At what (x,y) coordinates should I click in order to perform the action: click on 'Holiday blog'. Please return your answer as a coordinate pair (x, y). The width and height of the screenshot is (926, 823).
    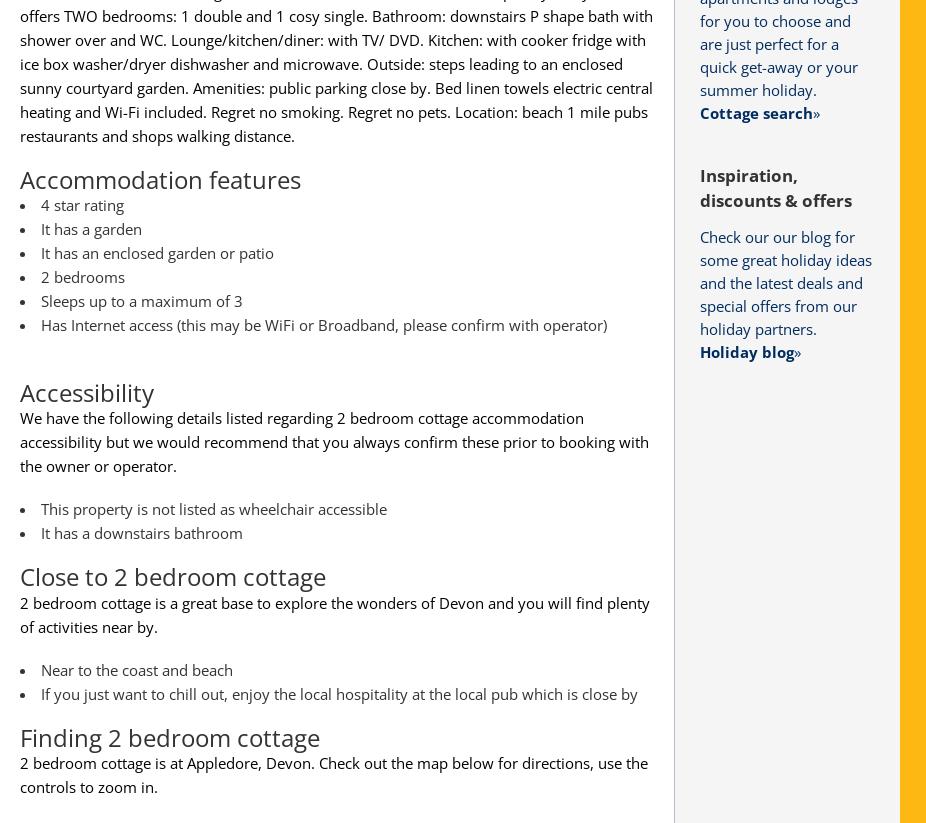
    Looking at the image, I should click on (747, 351).